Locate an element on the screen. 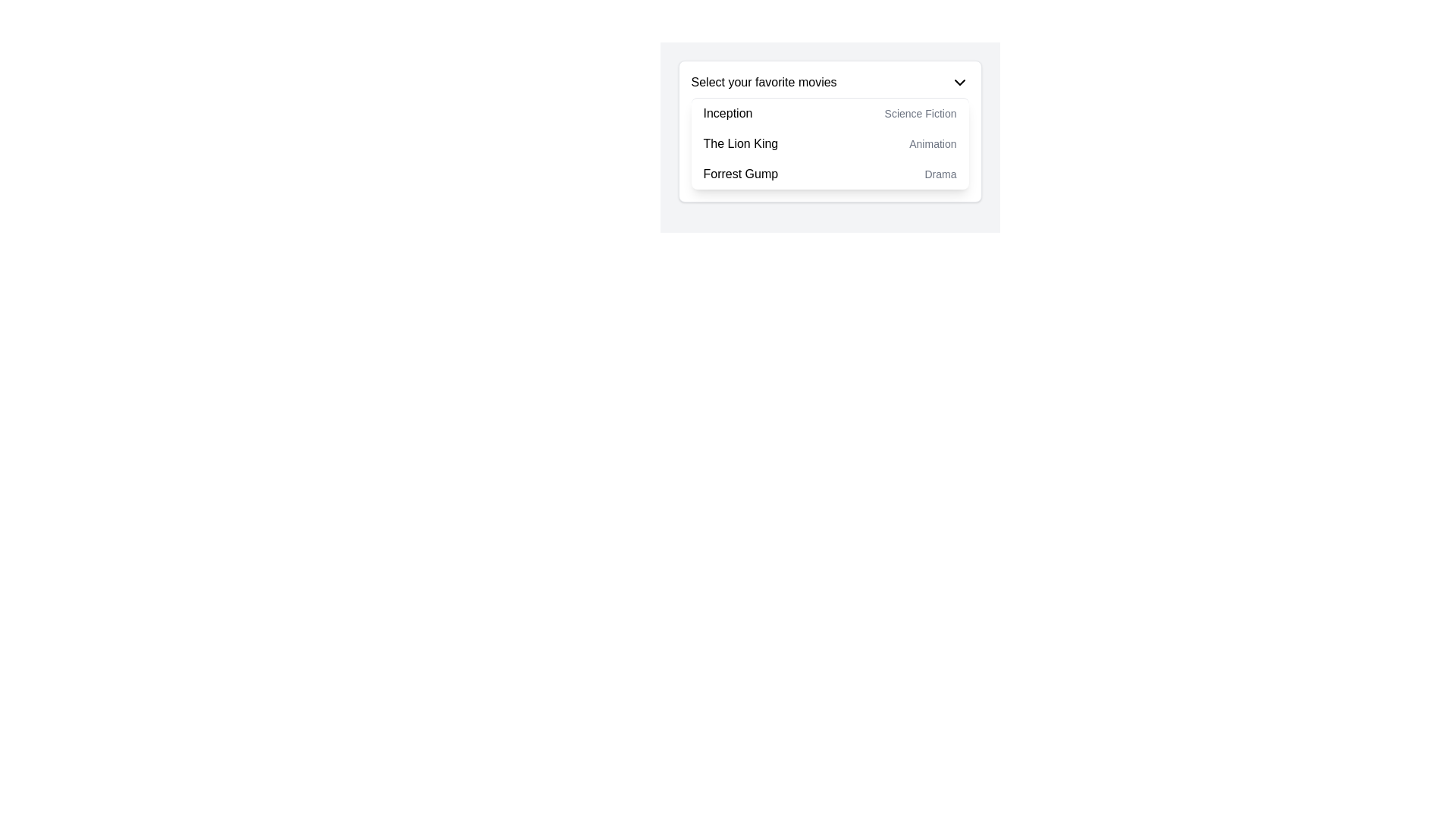 Image resolution: width=1456 pixels, height=819 pixels. the list item displaying 'The Lion King' in the dropdown menu is located at coordinates (829, 143).